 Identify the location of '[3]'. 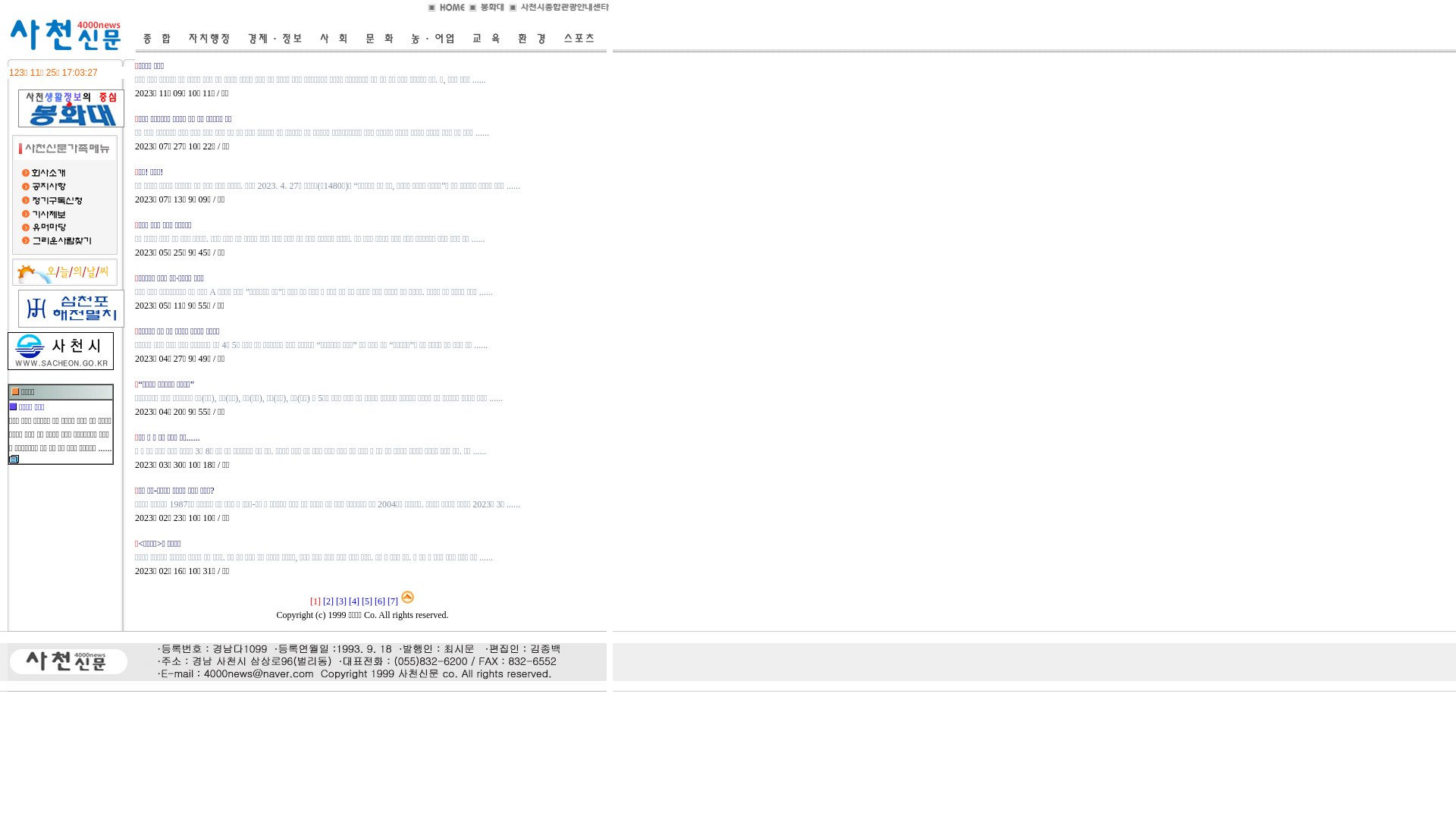
(340, 601).